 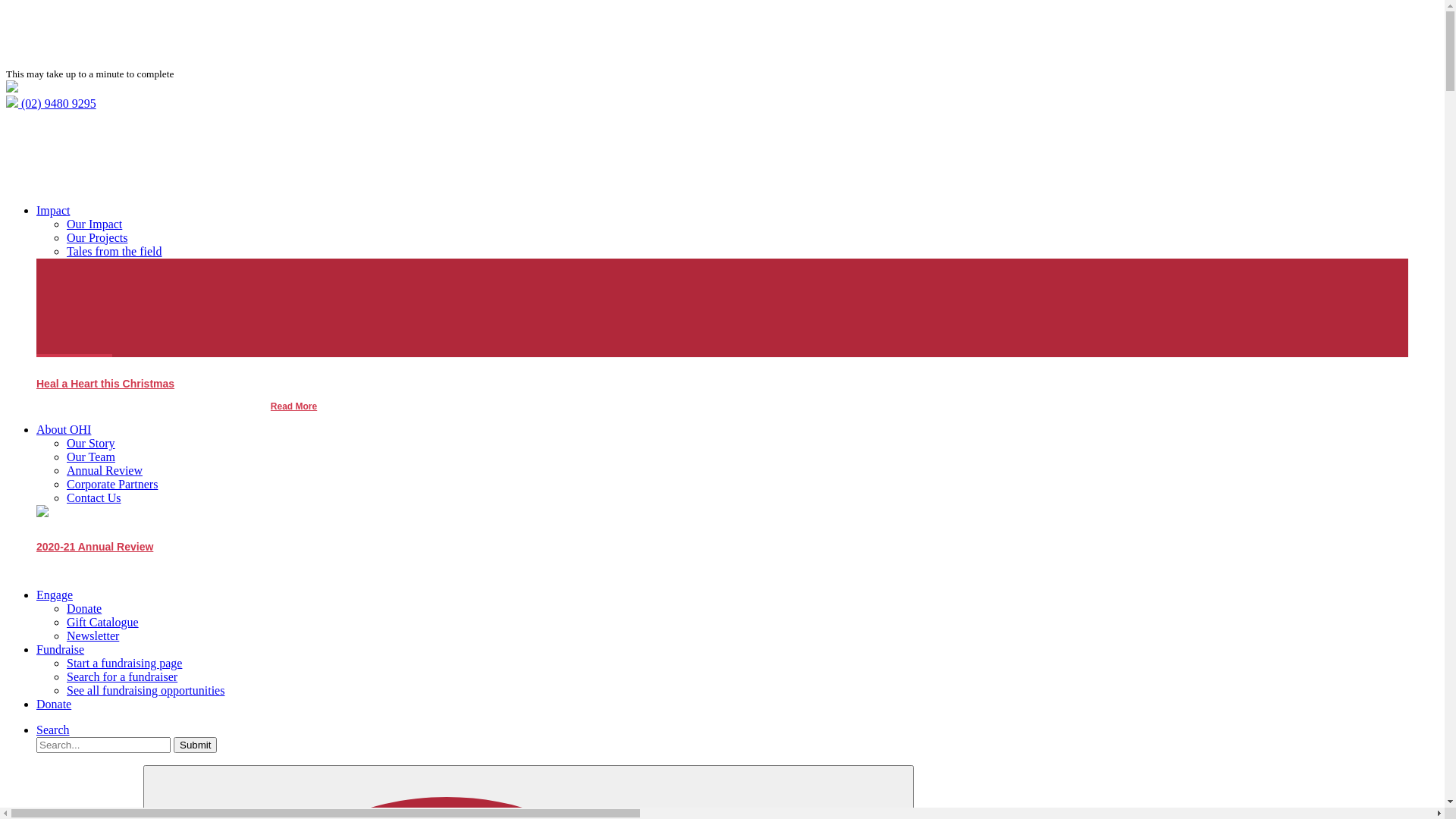 I want to click on 'Tales from the field', so click(x=65, y=250).